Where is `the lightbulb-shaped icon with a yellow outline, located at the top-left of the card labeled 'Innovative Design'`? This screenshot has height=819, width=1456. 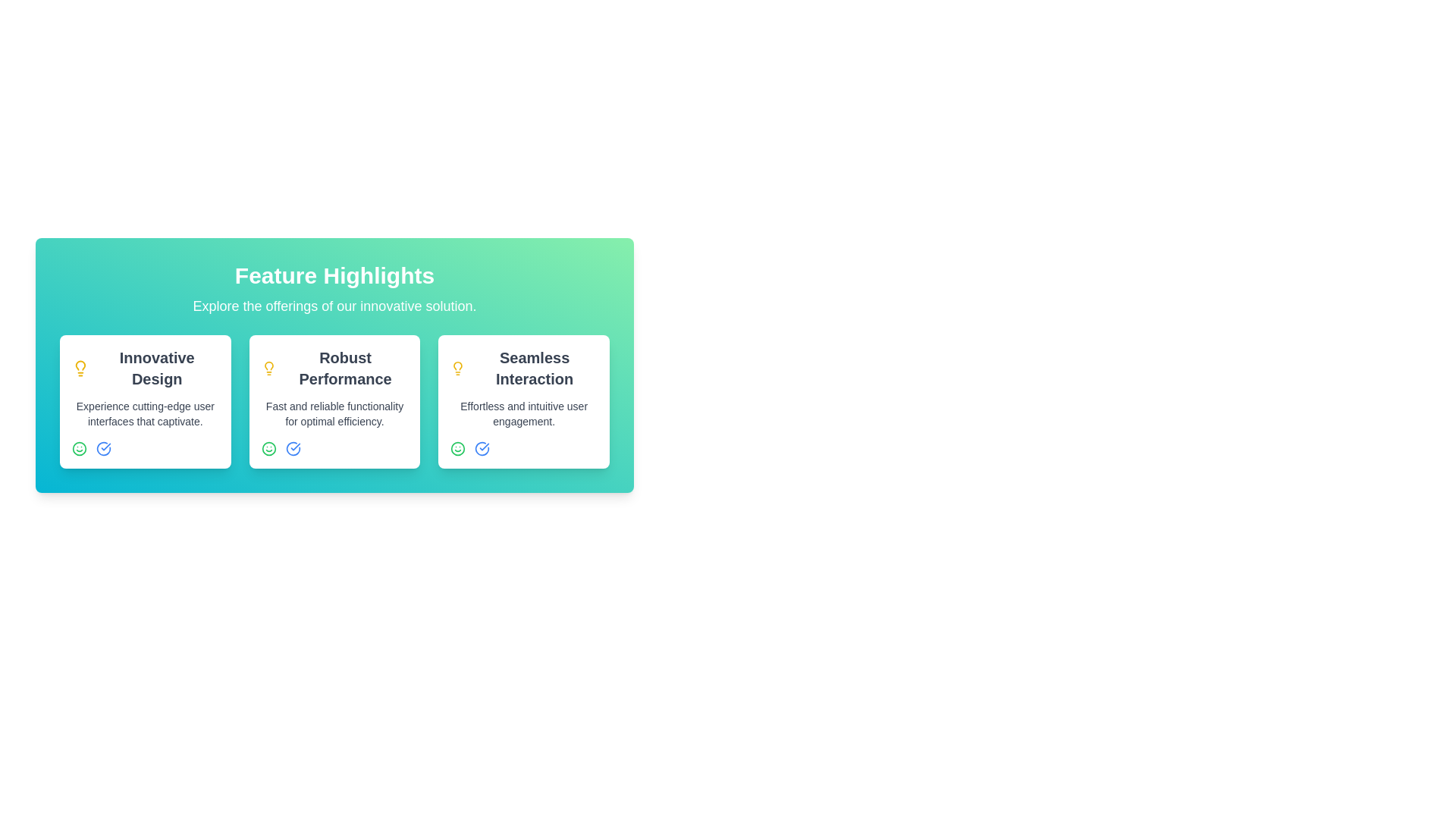
the lightbulb-shaped icon with a yellow outline, located at the top-left of the card labeled 'Innovative Design' is located at coordinates (80, 369).